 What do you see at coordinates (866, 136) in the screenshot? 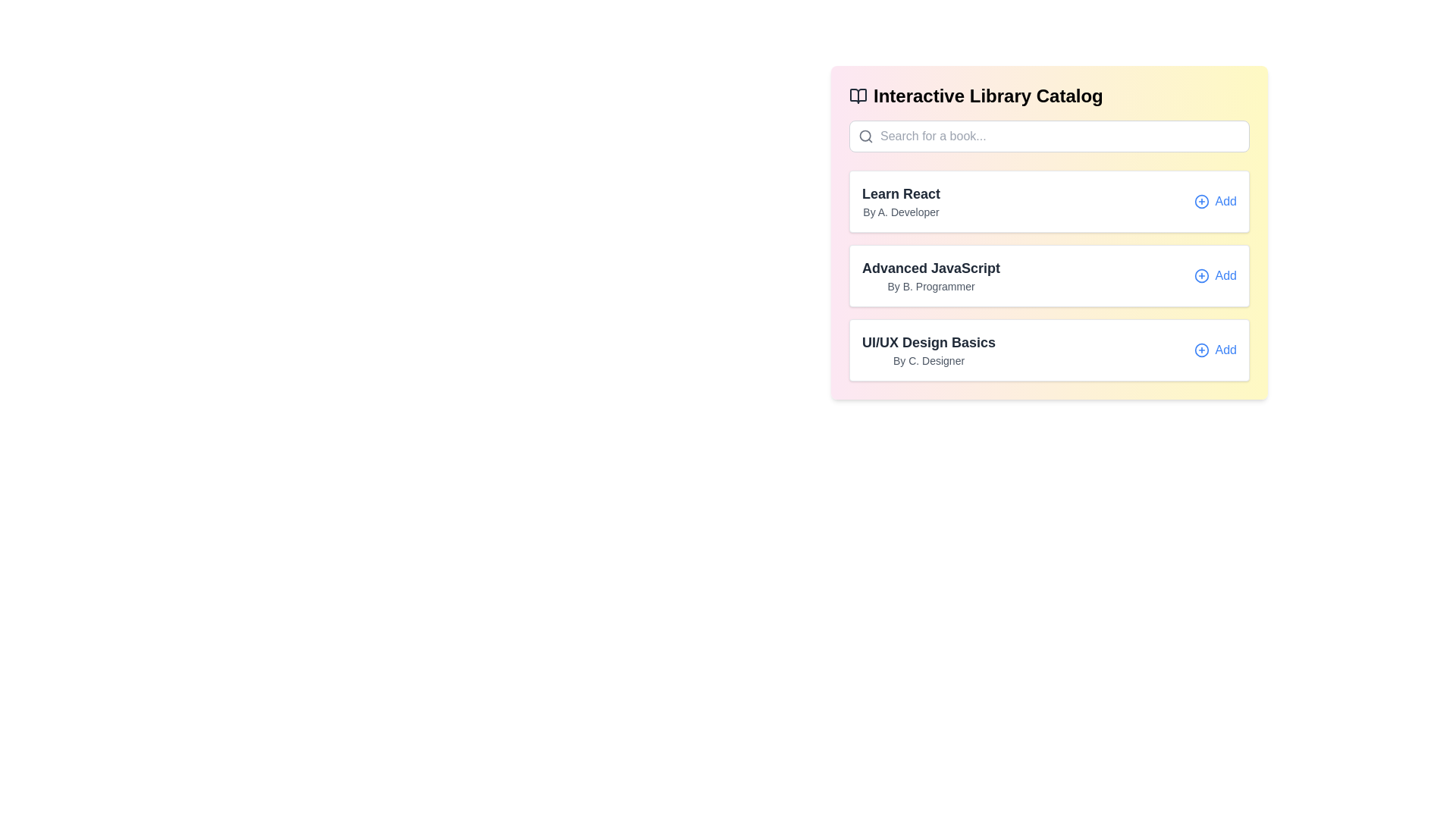
I see `the magnifying glass icon located on the left side of the search input field, adjacent to the placeholder text 'Search for a book...'` at bounding box center [866, 136].